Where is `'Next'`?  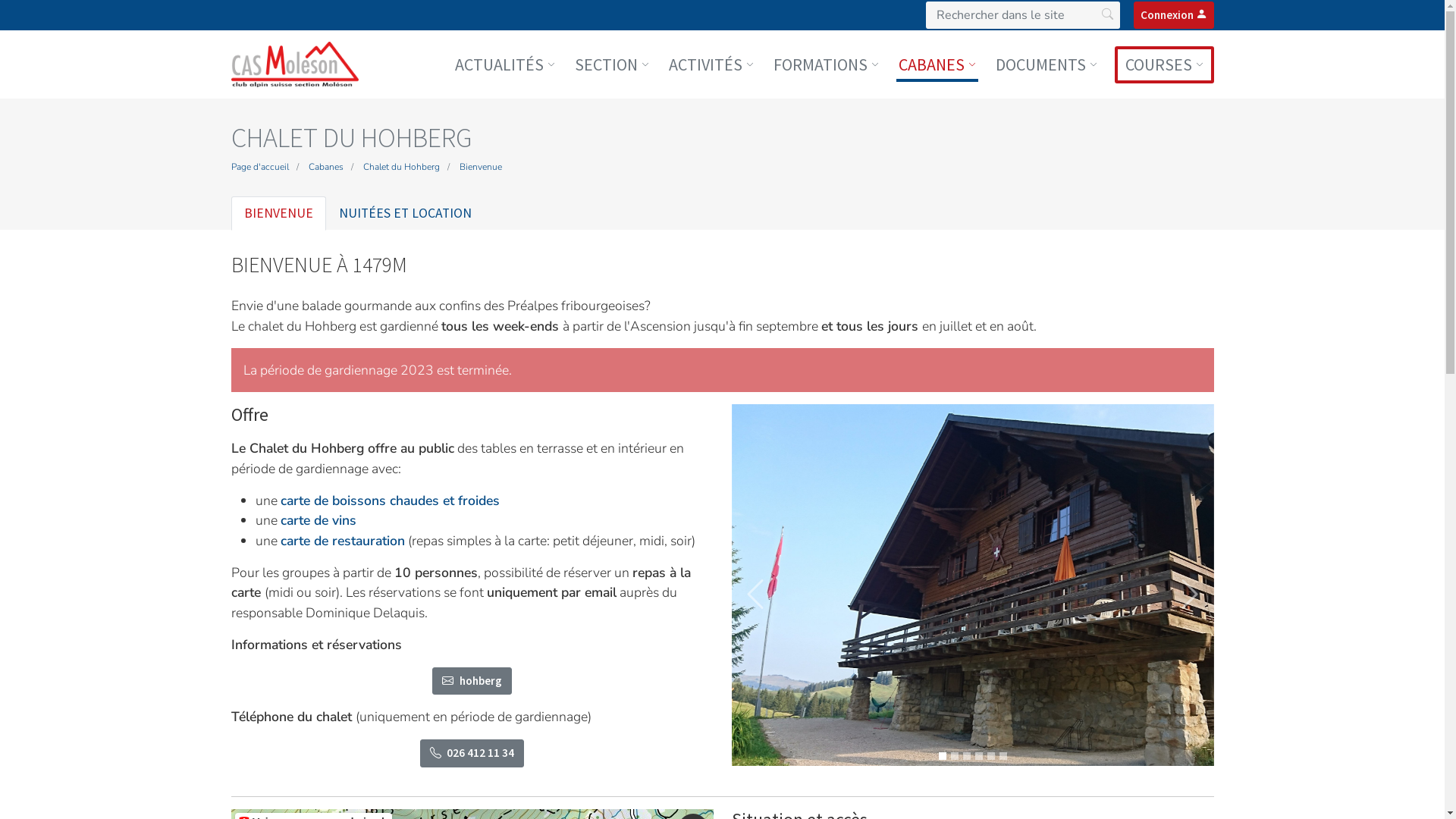
'Next' is located at coordinates (1189, 593).